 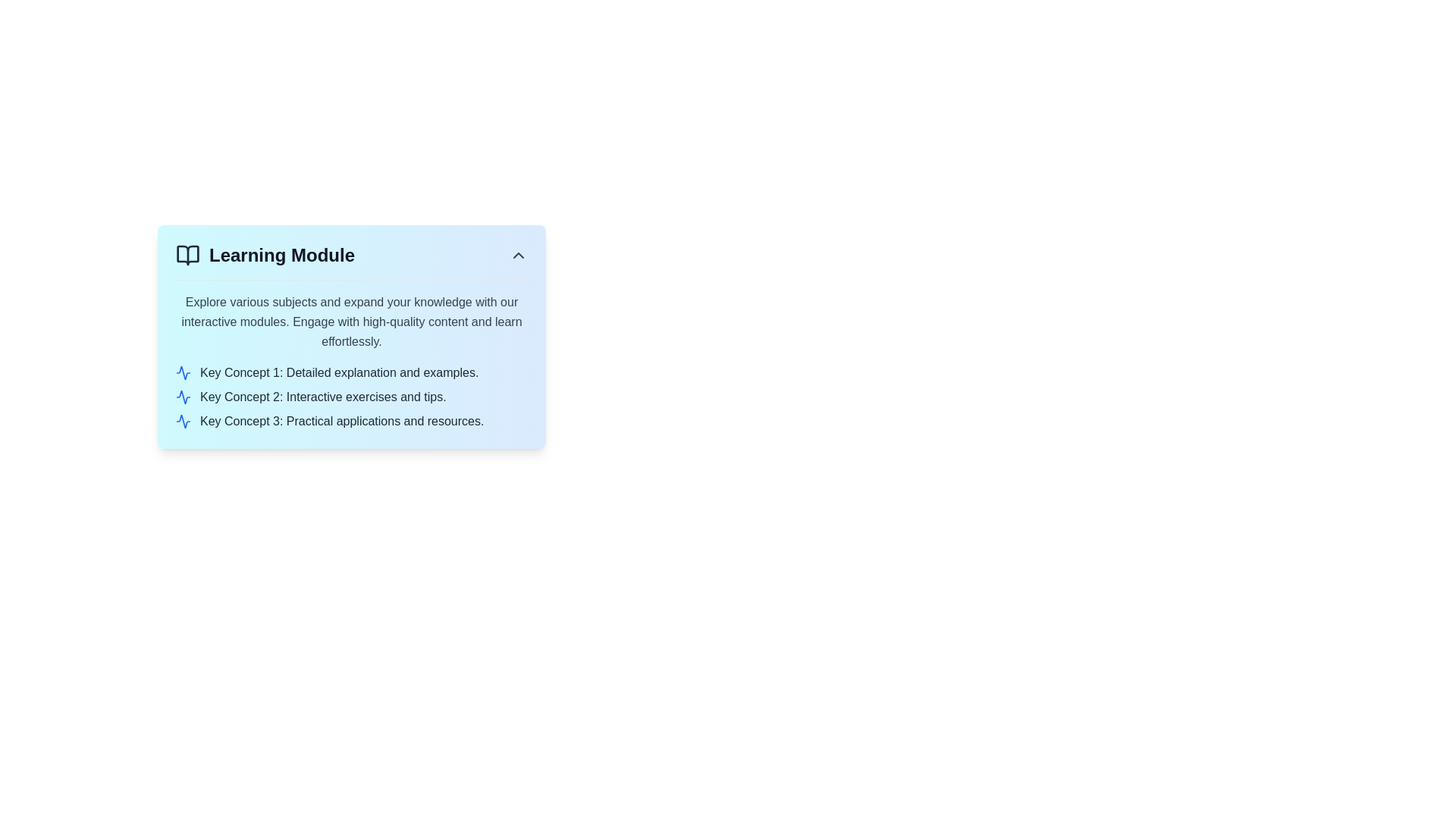 I want to click on title 'Learning Module' from the header section, which is visually represented with a bold and large font, an open book icon on the left, and an upward-facing arrow on the right, all set against a light gradient background, so click(x=351, y=254).